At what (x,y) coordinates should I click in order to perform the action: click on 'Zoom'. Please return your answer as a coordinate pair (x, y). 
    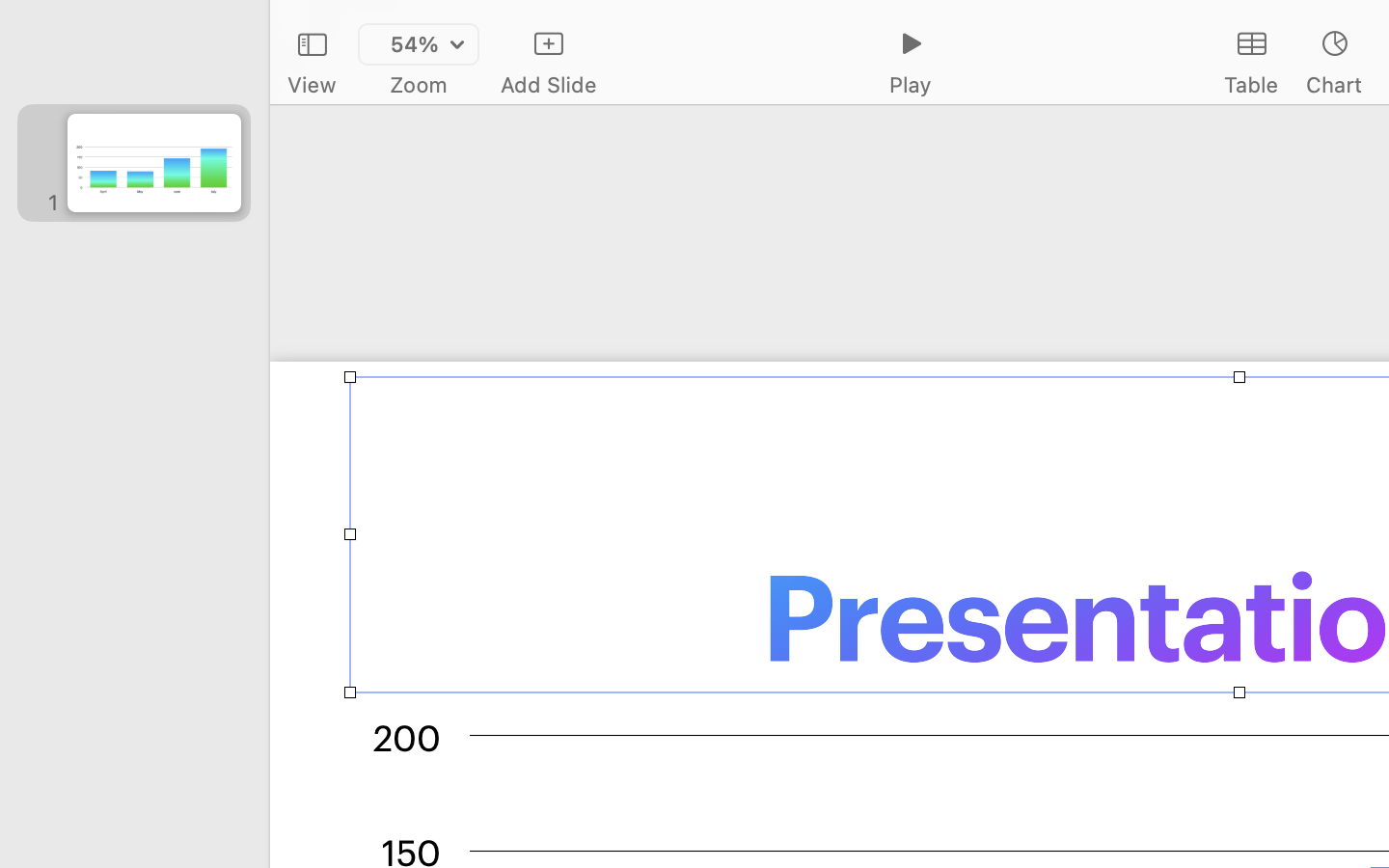
    Looking at the image, I should click on (419, 84).